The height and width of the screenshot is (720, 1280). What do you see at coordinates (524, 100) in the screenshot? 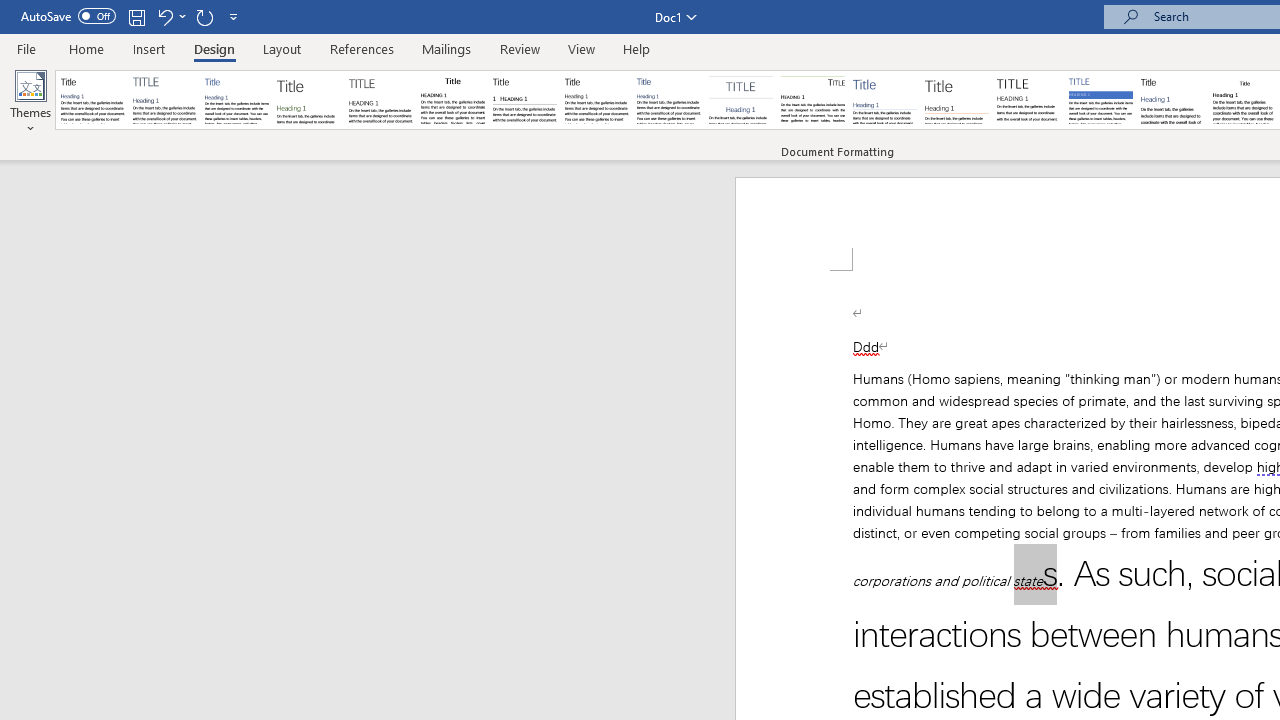
I see `'Black & White (Numbered)'` at bounding box center [524, 100].